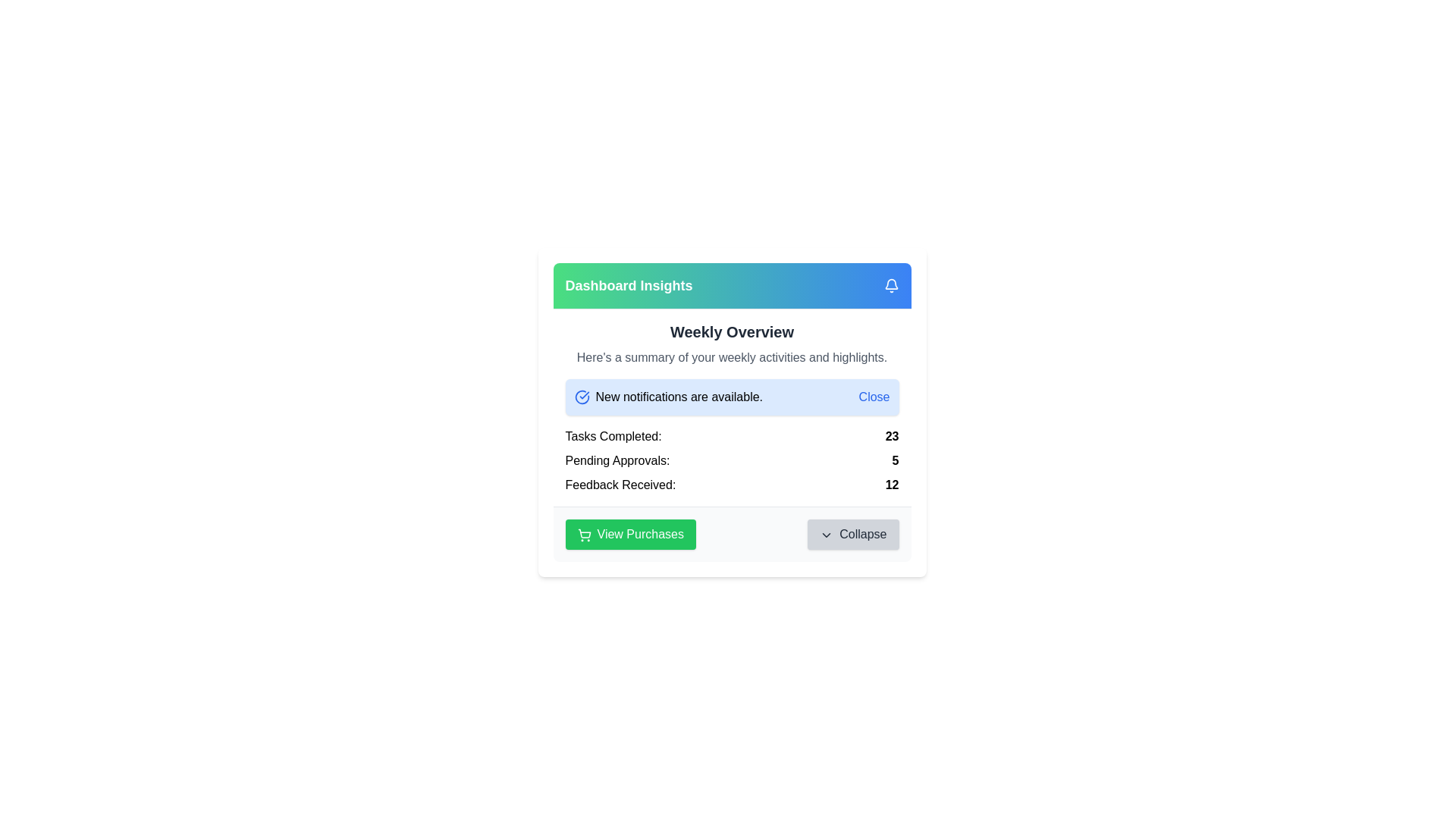  What do you see at coordinates (732, 406) in the screenshot?
I see `the Information Card that summarizes weekly activities, including completed tasks, pending approvals, and received feedback, located in the 'Dashboard Insights' section of the UI` at bounding box center [732, 406].